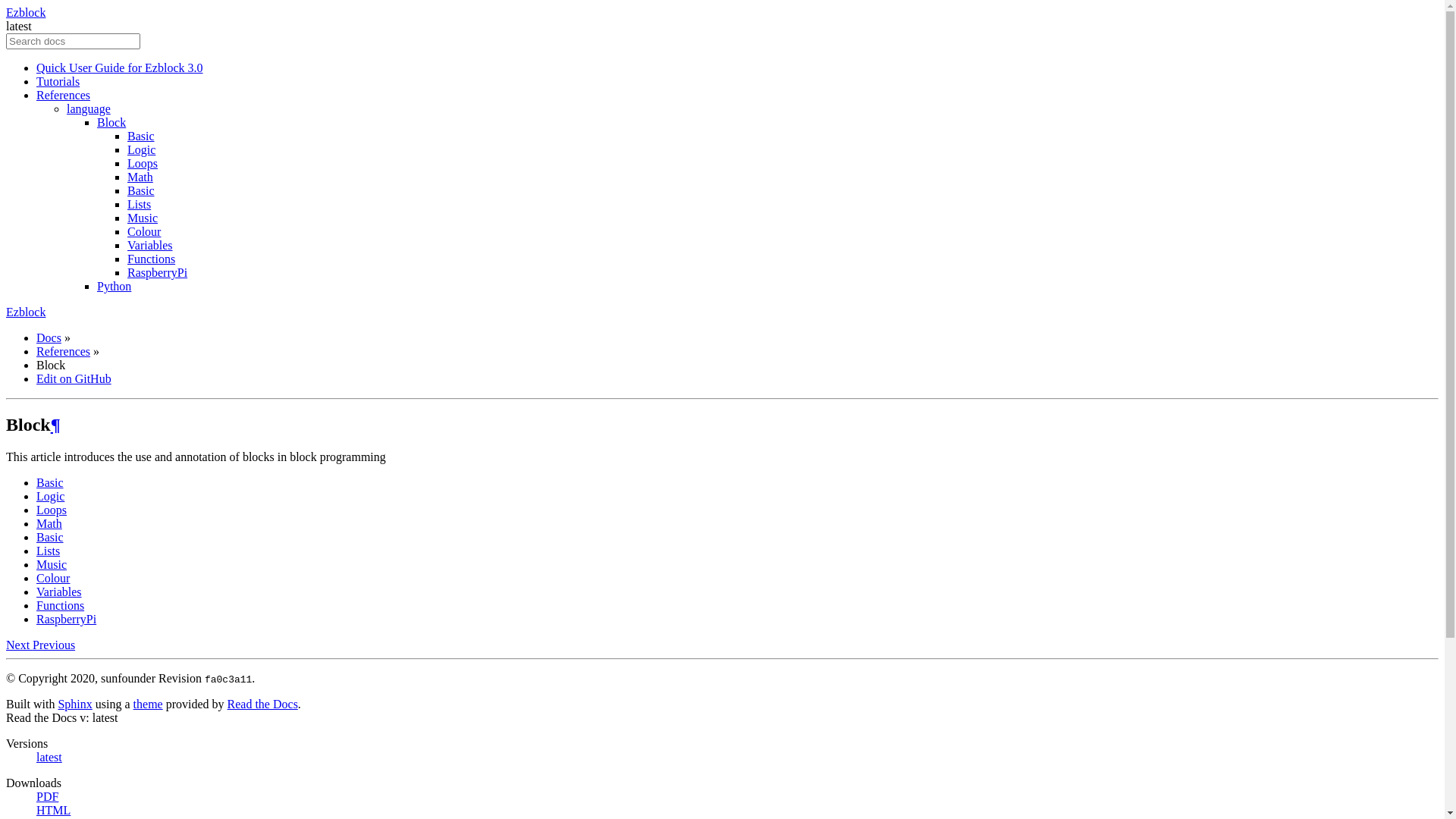 This screenshot has height=819, width=1456. I want to click on 'Math', so click(36, 522).